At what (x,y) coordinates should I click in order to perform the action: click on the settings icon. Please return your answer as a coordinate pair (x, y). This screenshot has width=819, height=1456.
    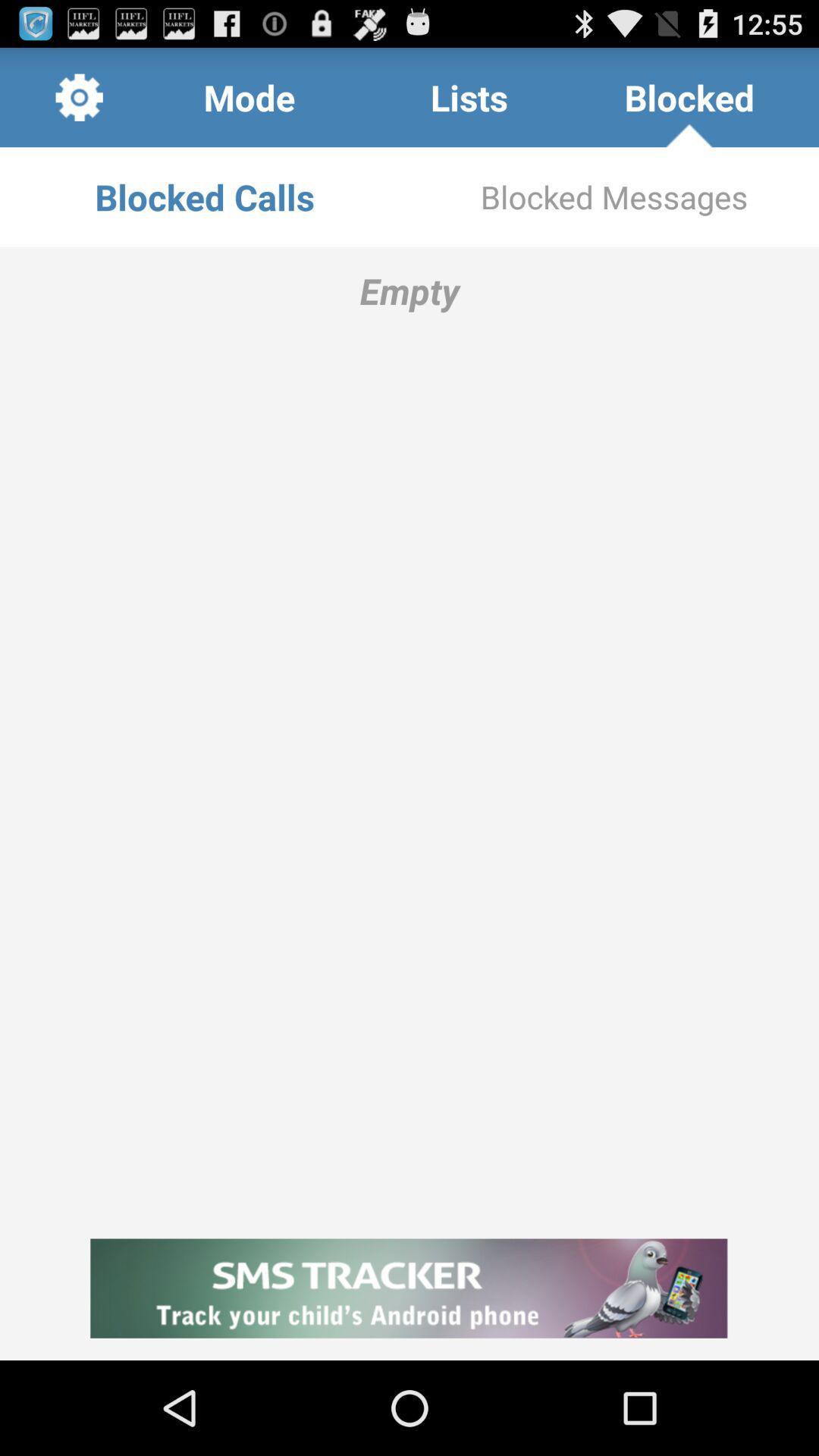
    Looking at the image, I should click on (79, 103).